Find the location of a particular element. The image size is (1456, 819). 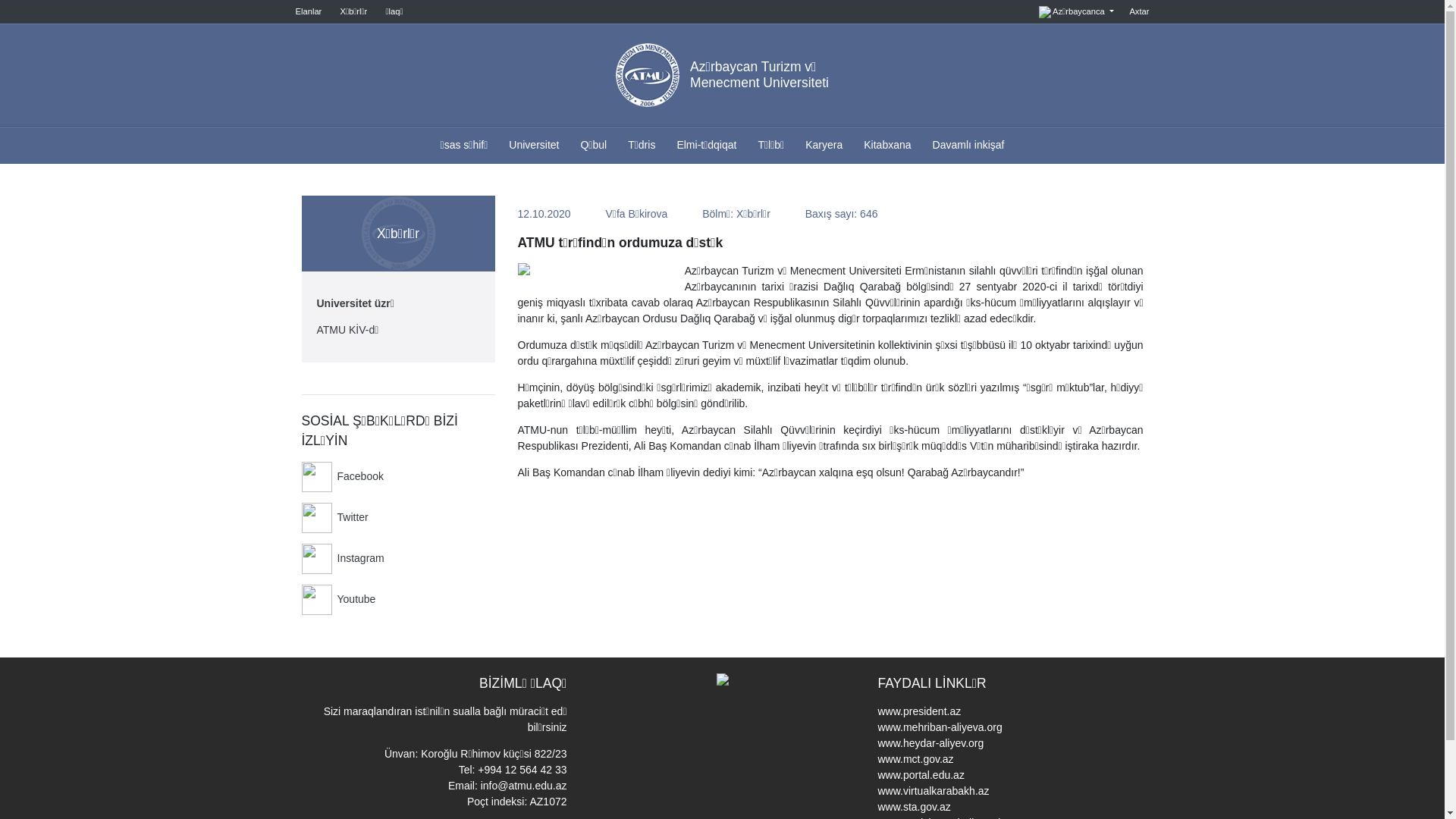

'www.virtualkarabakh.az' is located at coordinates (933, 789).